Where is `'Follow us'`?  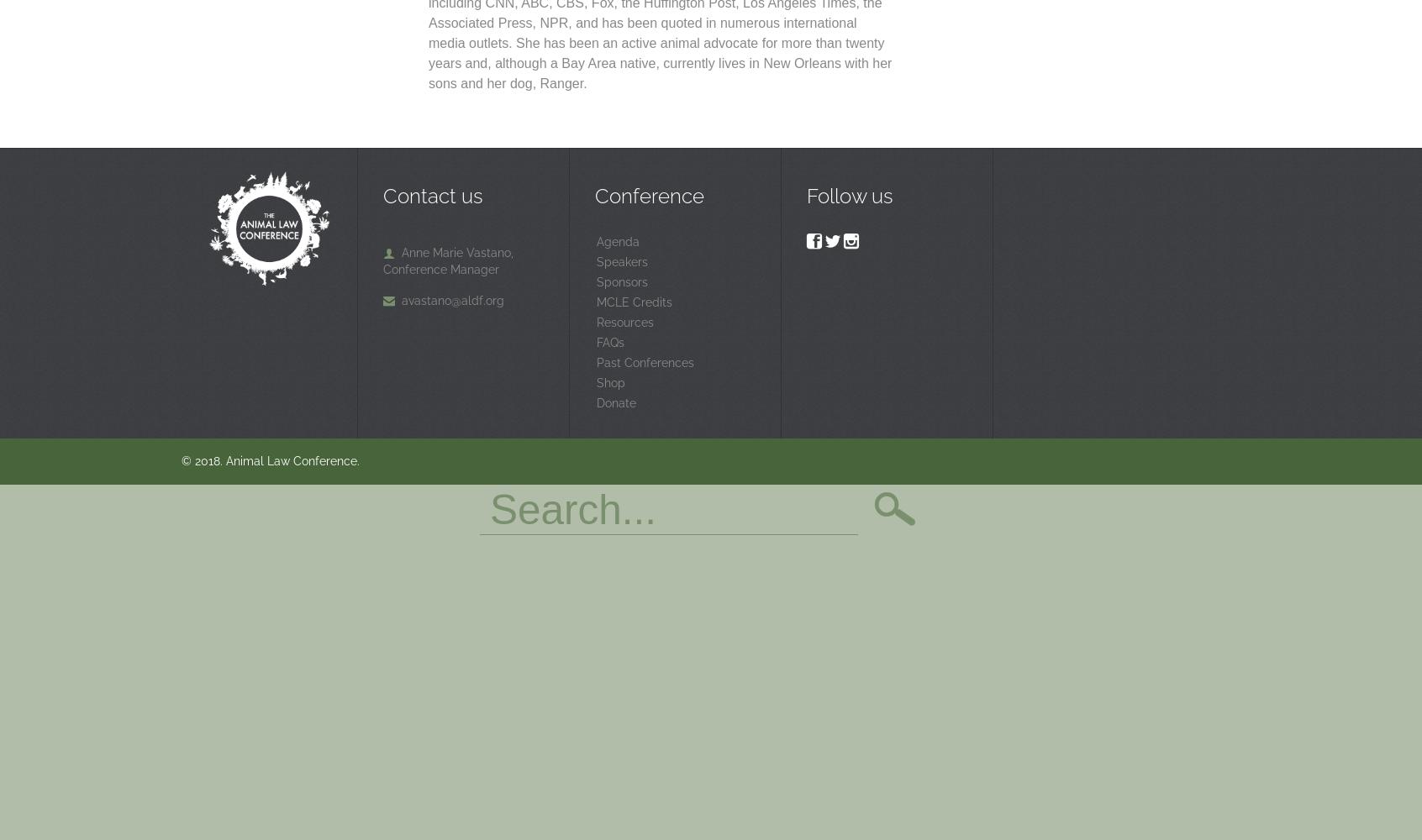 'Follow us' is located at coordinates (849, 194).